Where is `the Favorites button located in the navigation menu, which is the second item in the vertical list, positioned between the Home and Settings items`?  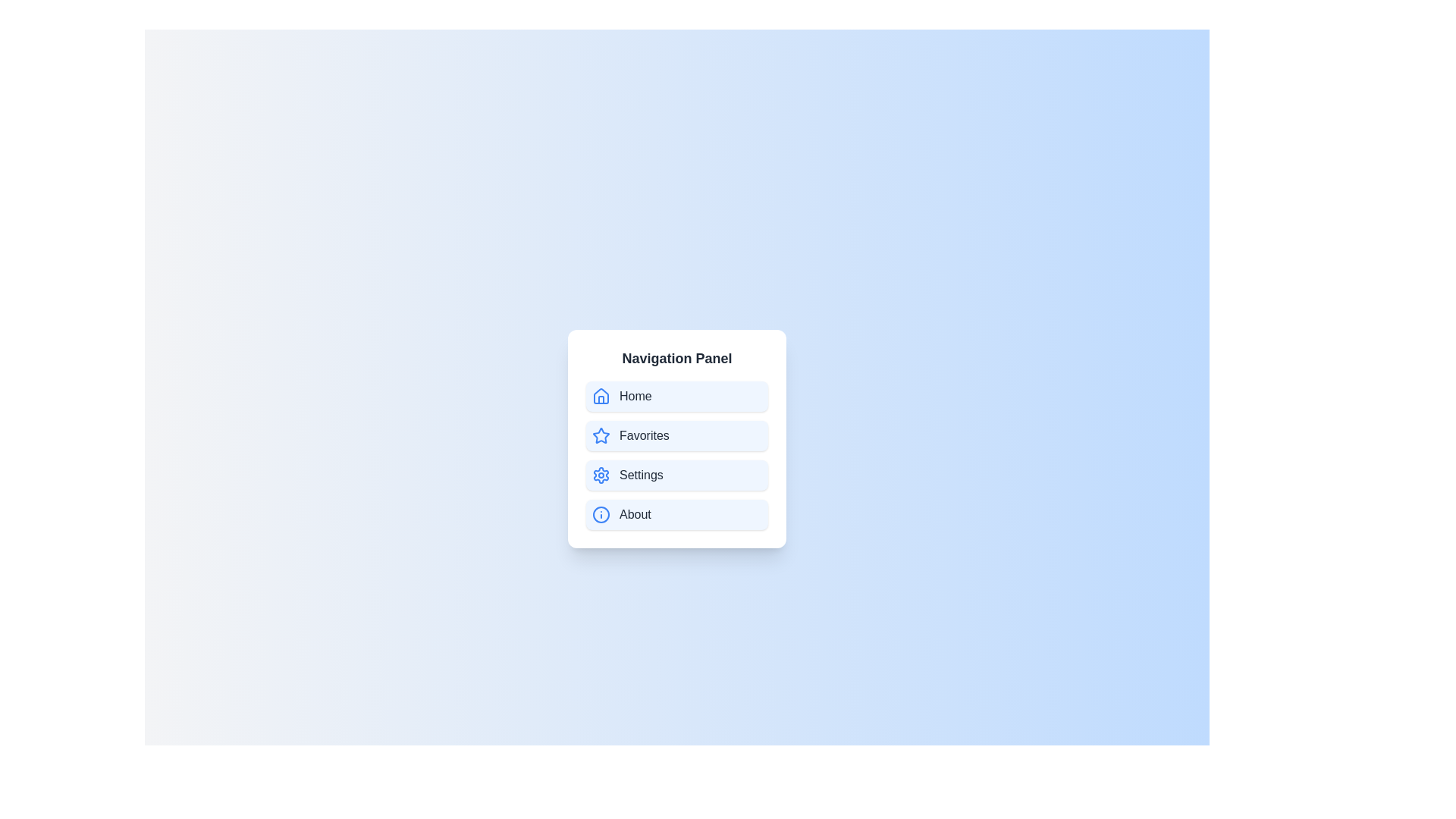 the Favorites button located in the navigation menu, which is the second item in the vertical list, positioned between the Home and Settings items is located at coordinates (676, 435).